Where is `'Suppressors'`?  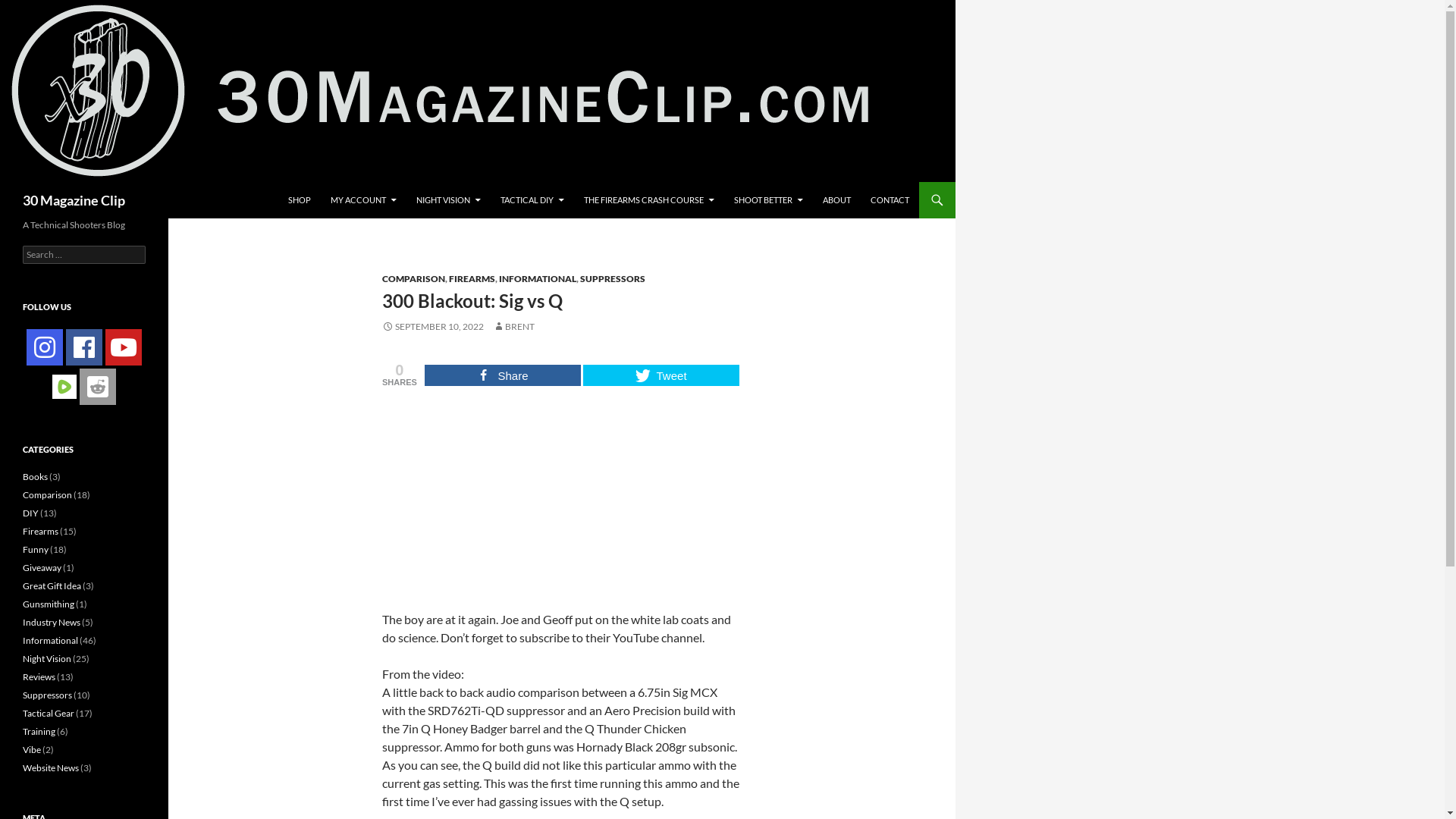
'Suppressors' is located at coordinates (47, 695).